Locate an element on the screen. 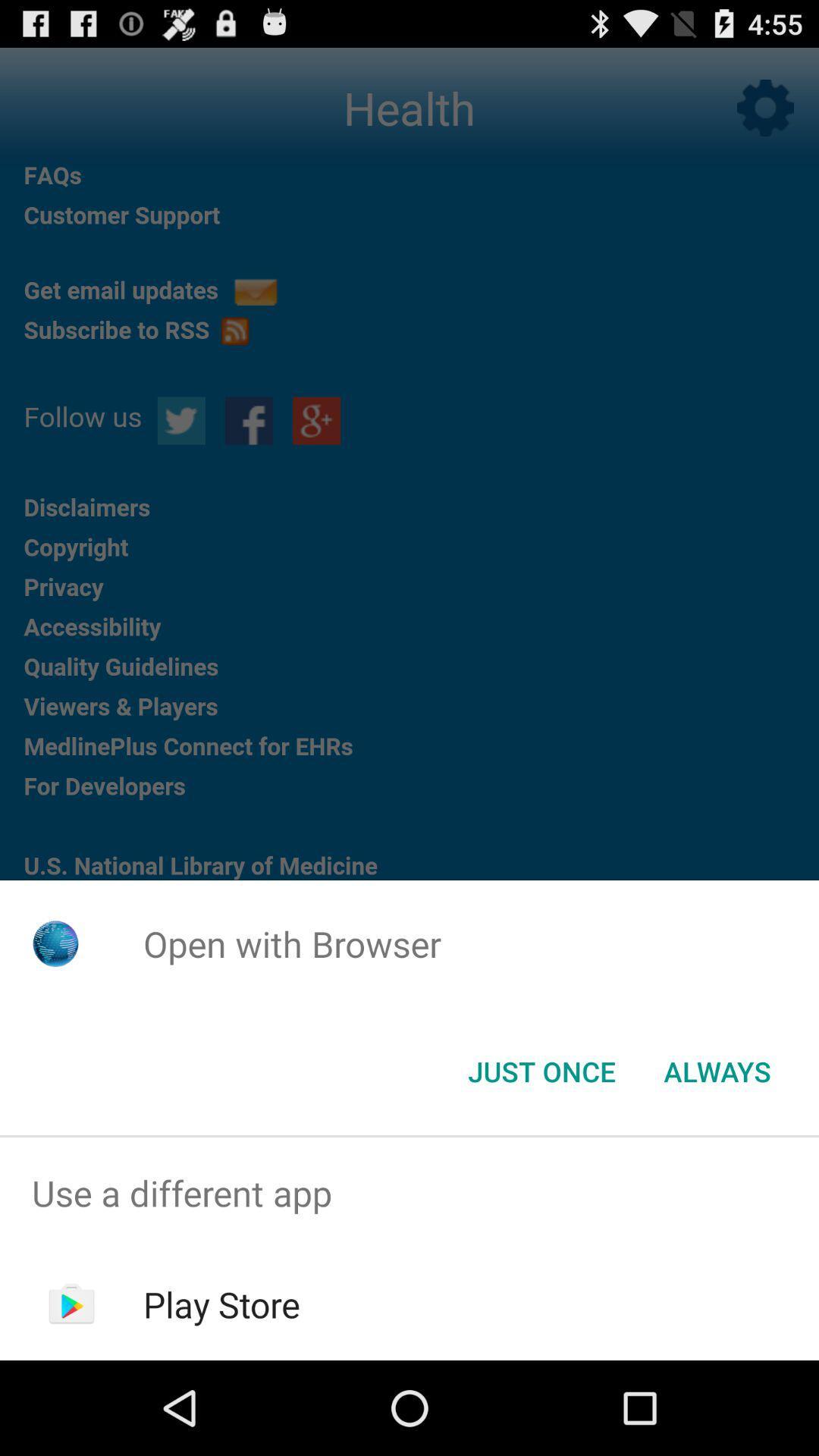 The image size is (819, 1456). the always at the bottom right corner is located at coordinates (717, 1070).